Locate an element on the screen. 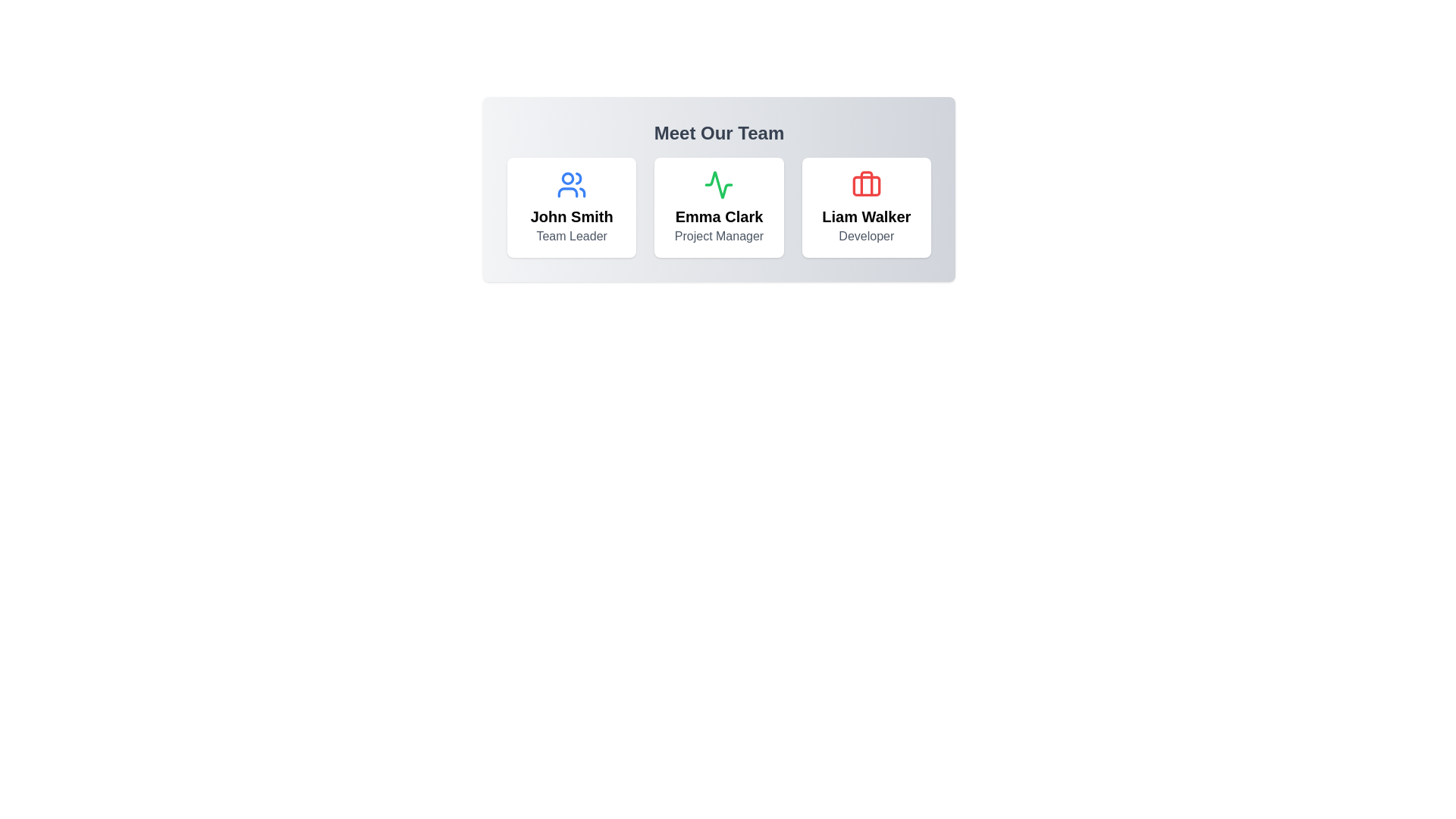 The width and height of the screenshot is (1456, 819). the Text Label displaying the role 'Project Manager' for the profile of 'Emma Clark', which is centrally aligned below the name in the profile card is located at coordinates (718, 237).